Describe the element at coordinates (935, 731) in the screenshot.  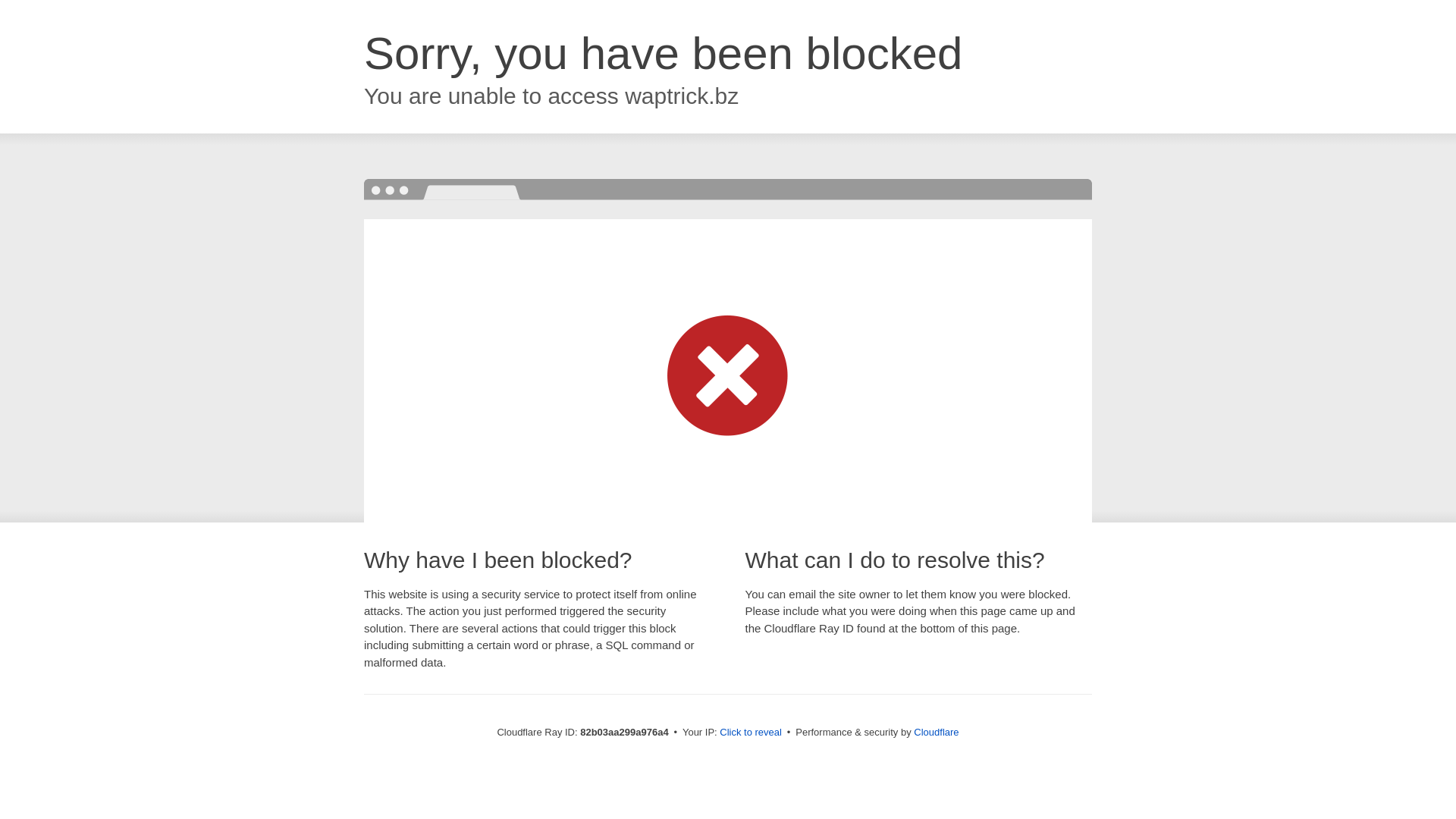
I see `'Cloudflare'` at that location.